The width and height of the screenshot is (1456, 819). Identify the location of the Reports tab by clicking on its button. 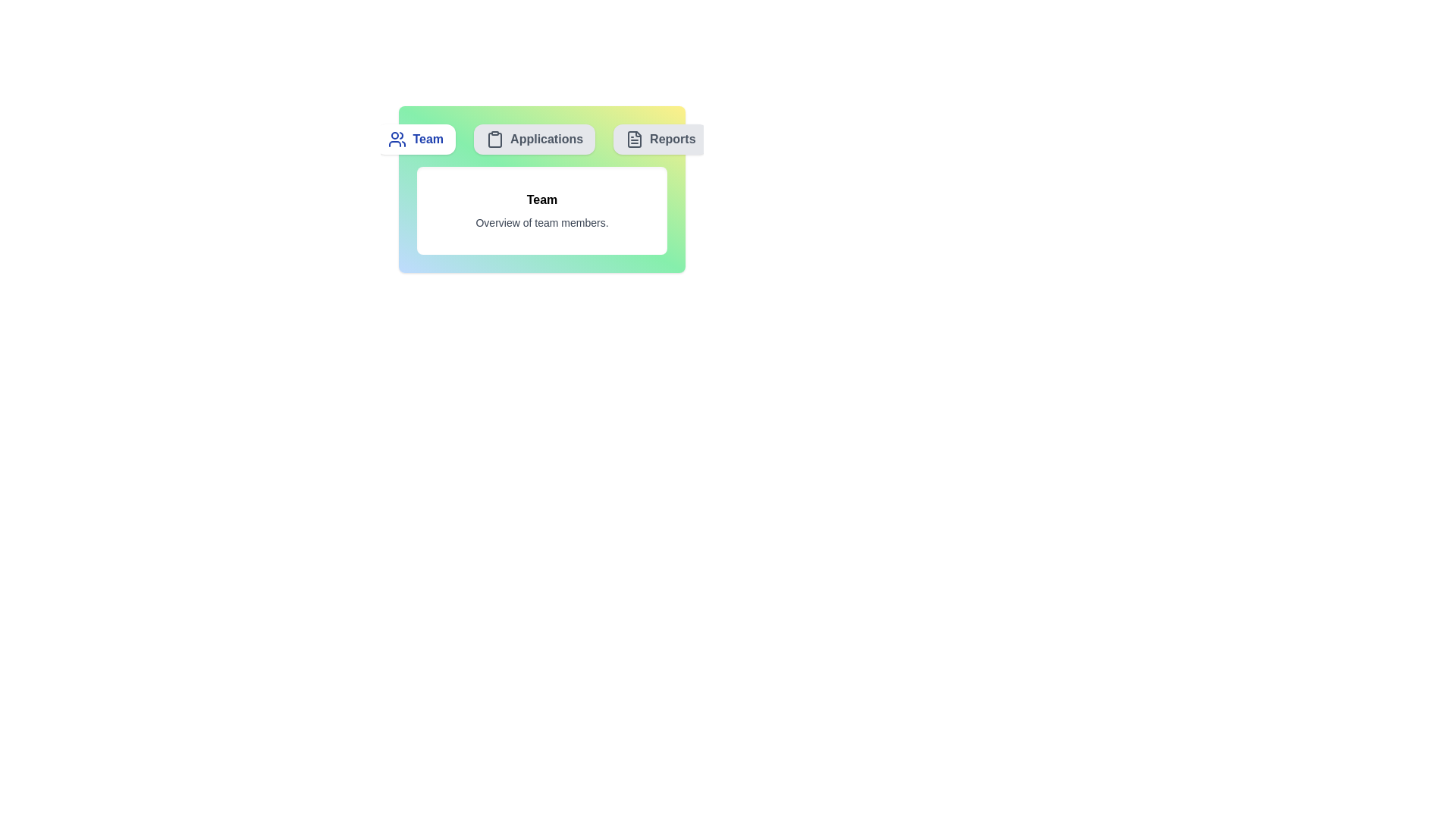
(661, 140).